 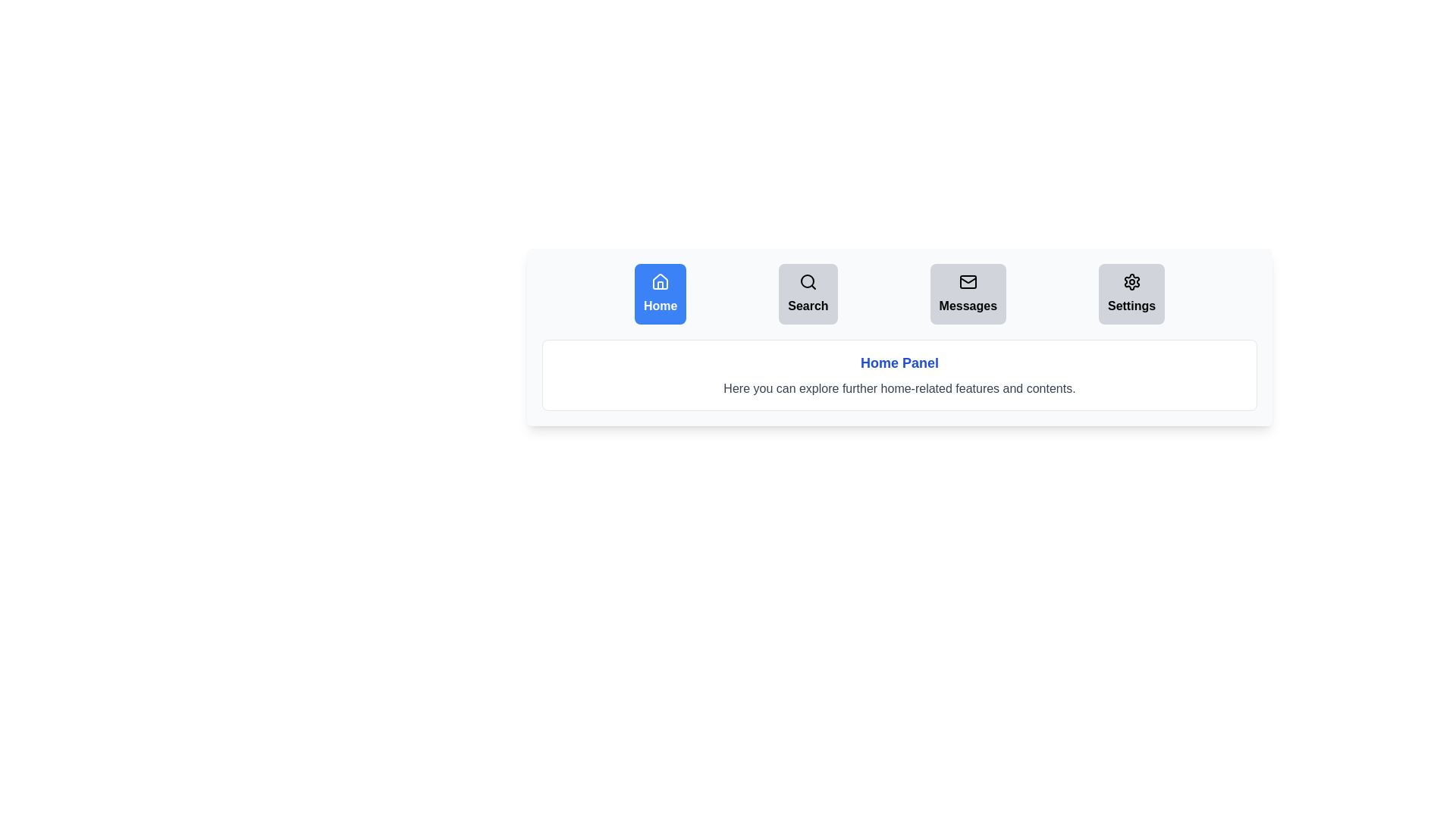 What do you see at coordinates (1131, 281) in the screenshot?
I see `the gear-shaped icon within the 'Settings' button in the navigation bar` at bounding box center [1131, 281].